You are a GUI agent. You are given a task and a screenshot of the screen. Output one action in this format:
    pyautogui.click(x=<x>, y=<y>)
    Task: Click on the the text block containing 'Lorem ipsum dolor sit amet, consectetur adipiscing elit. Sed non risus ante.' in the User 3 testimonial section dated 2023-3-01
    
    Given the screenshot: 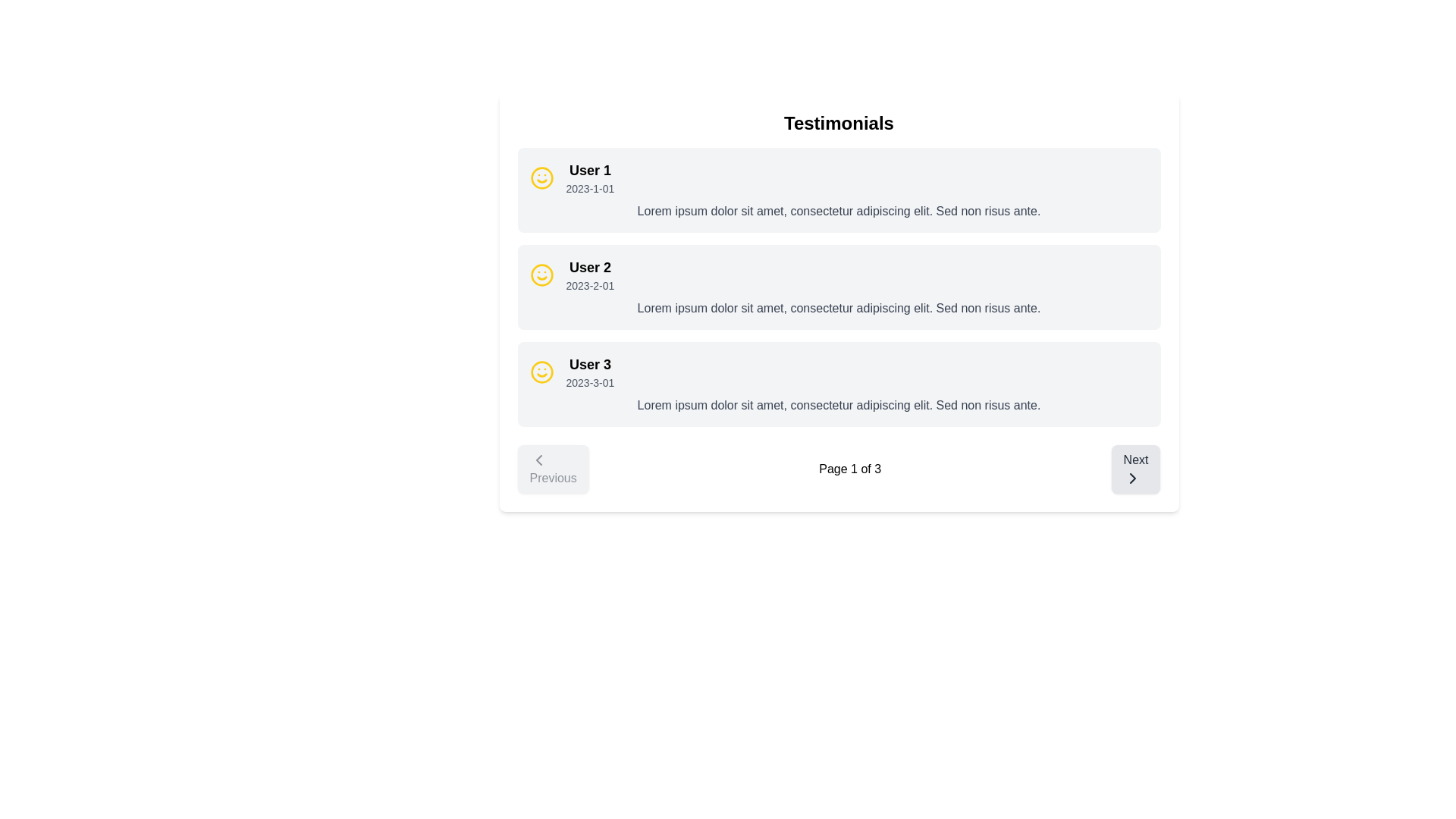 What is the action you would take?
    pyautogui.click(x=838, y=405)
    